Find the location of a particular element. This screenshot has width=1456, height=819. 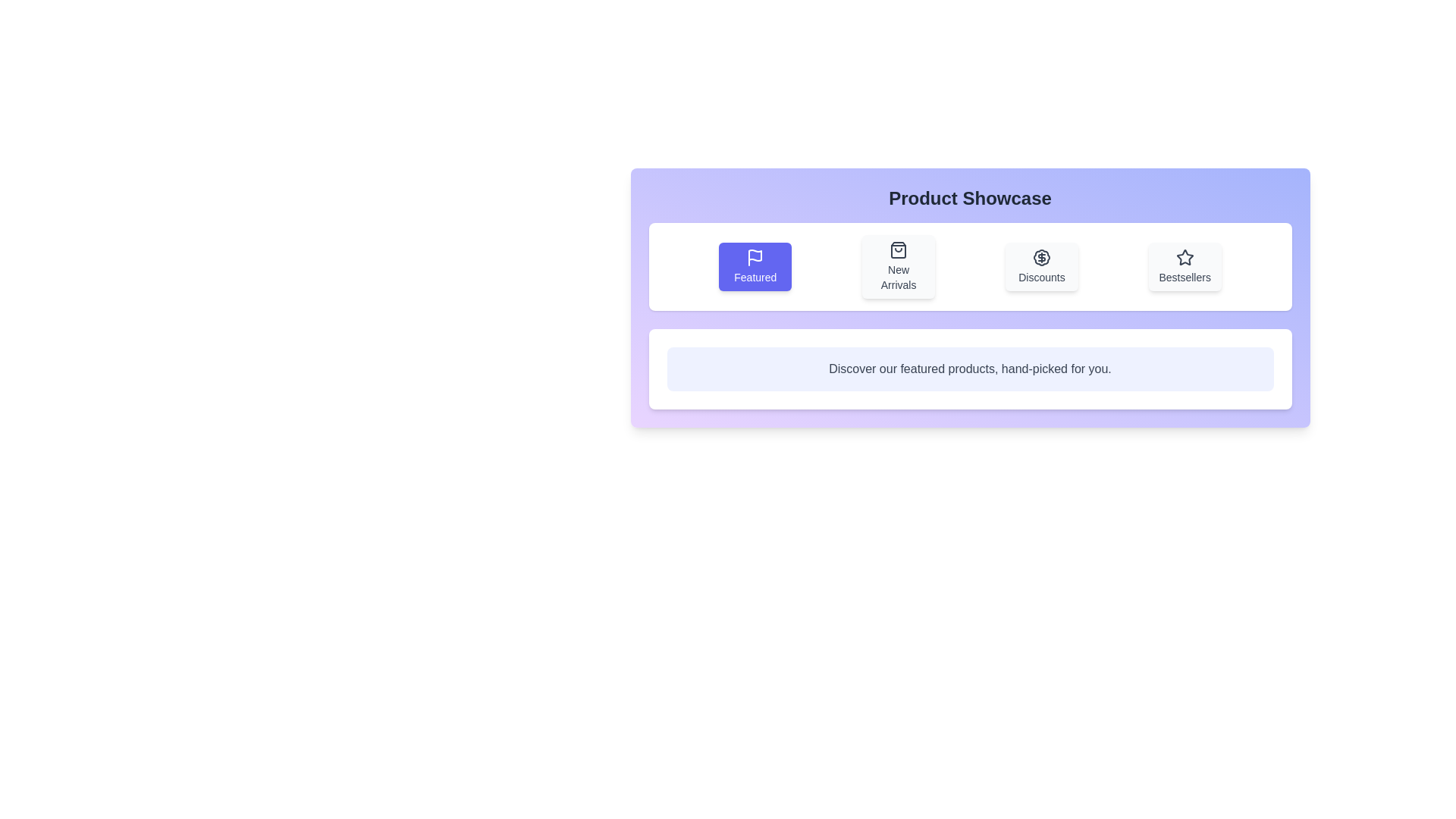

the 'Discounts' text label located centrally beneath the icon graphic in the 'Discounts' section is located at coordinates (1040, 278).